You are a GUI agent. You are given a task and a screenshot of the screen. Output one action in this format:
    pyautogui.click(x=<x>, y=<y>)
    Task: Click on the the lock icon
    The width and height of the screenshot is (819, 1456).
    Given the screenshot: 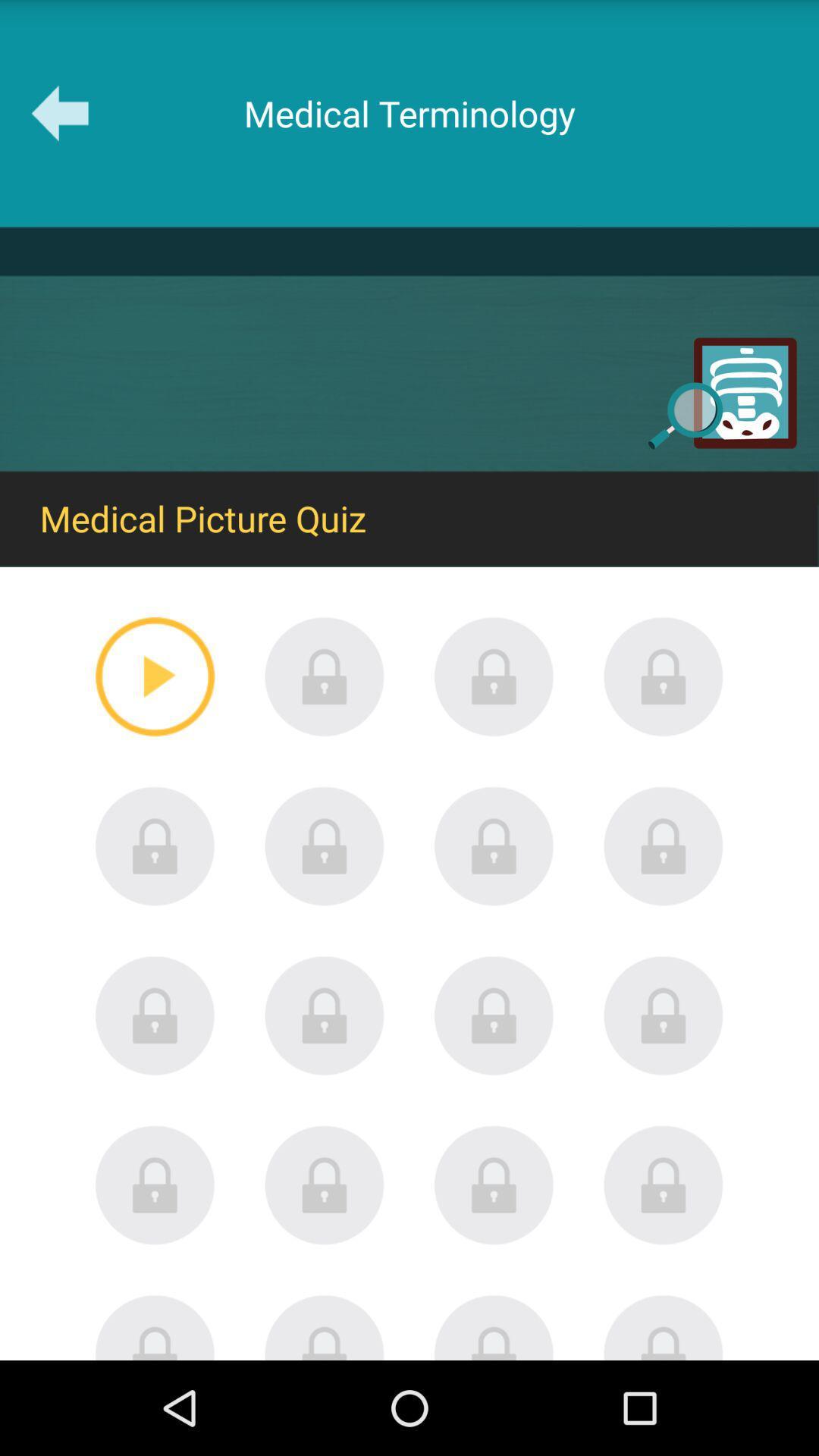 What is the action you would take?
    pyautogui.click(x=494, y=1268)
    